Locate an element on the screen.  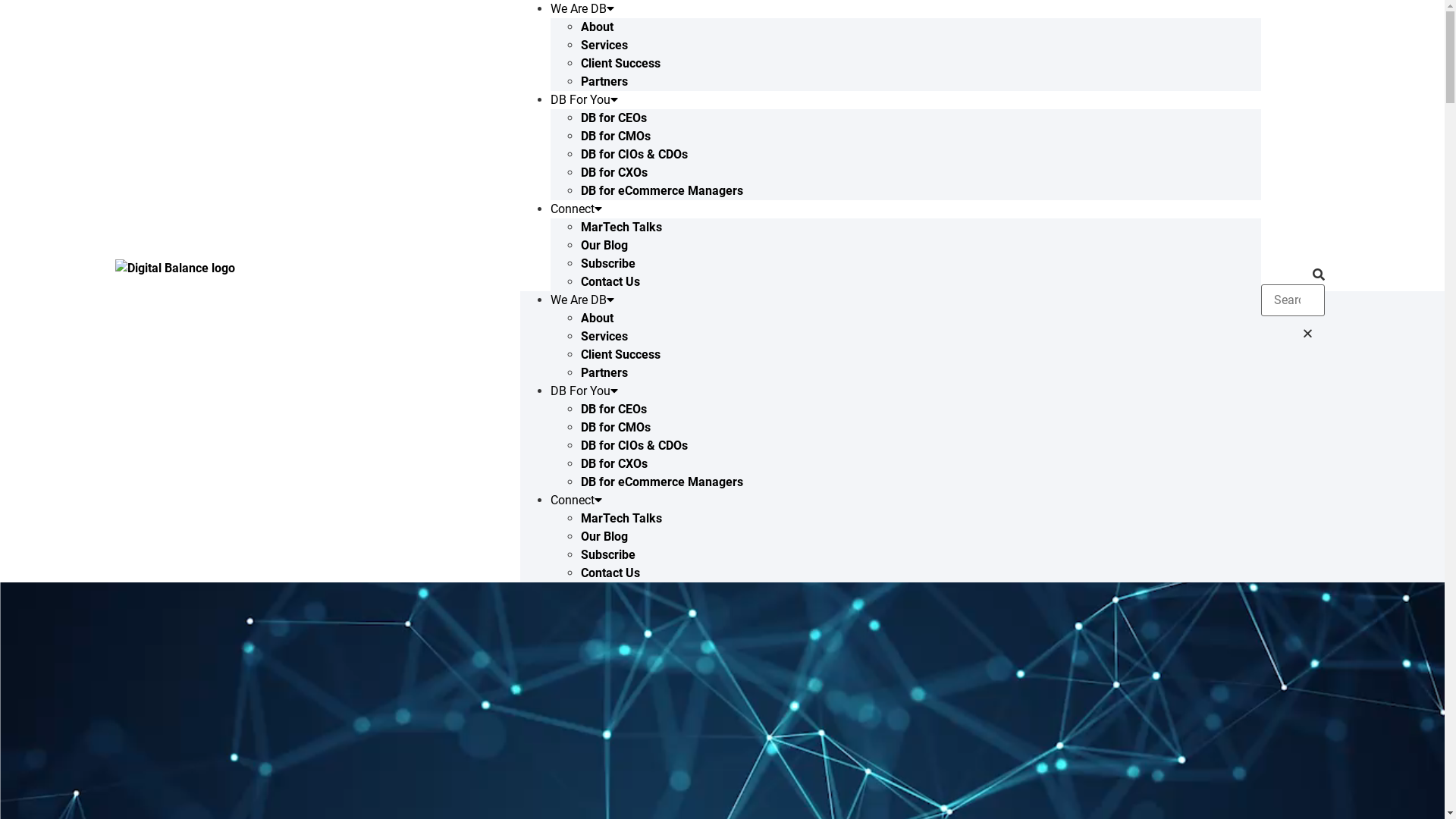
'DB for CXOs' is located at coordinates (614, 463).